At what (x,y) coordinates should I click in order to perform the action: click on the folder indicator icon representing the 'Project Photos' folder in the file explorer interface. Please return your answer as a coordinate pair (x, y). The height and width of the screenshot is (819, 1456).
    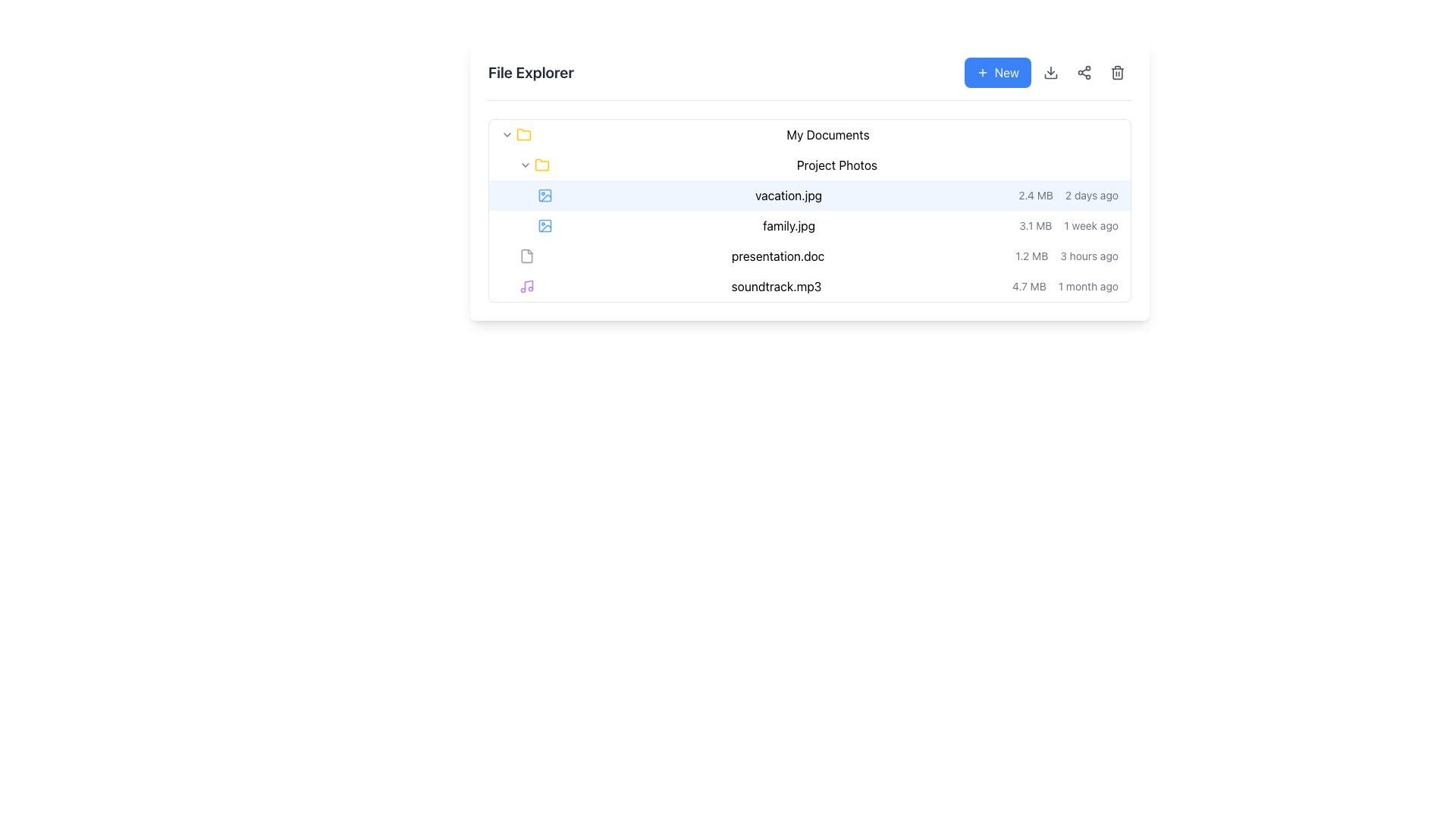
    Looking at the image, I should click on (542, 165).